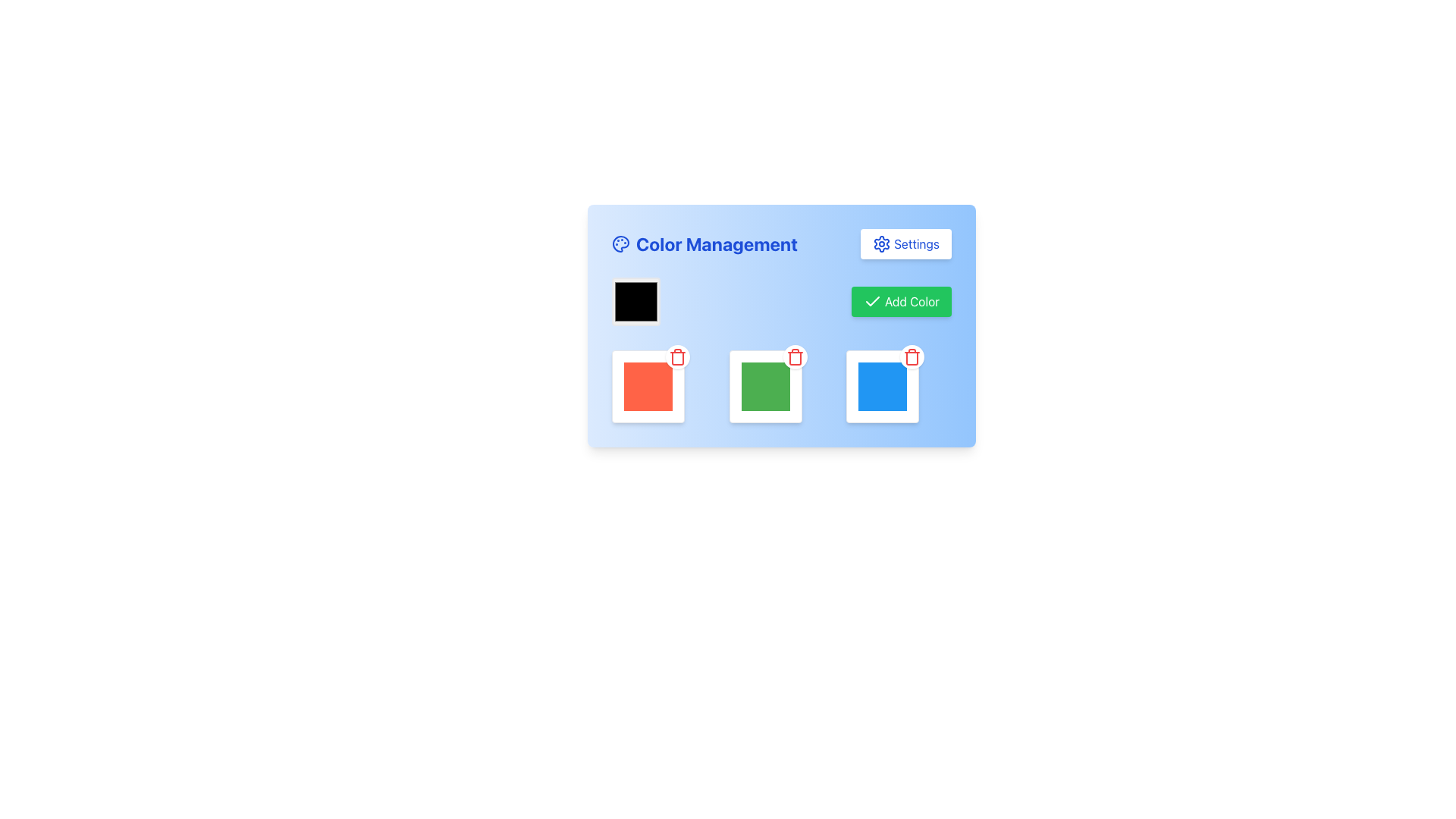 The width and height of the screenshot is (1456, 819). I want to click on the interactive element containing a blue square tile and a red-bordered trash icon button located at the bottom-right of three colored squares, so click(883, 385).